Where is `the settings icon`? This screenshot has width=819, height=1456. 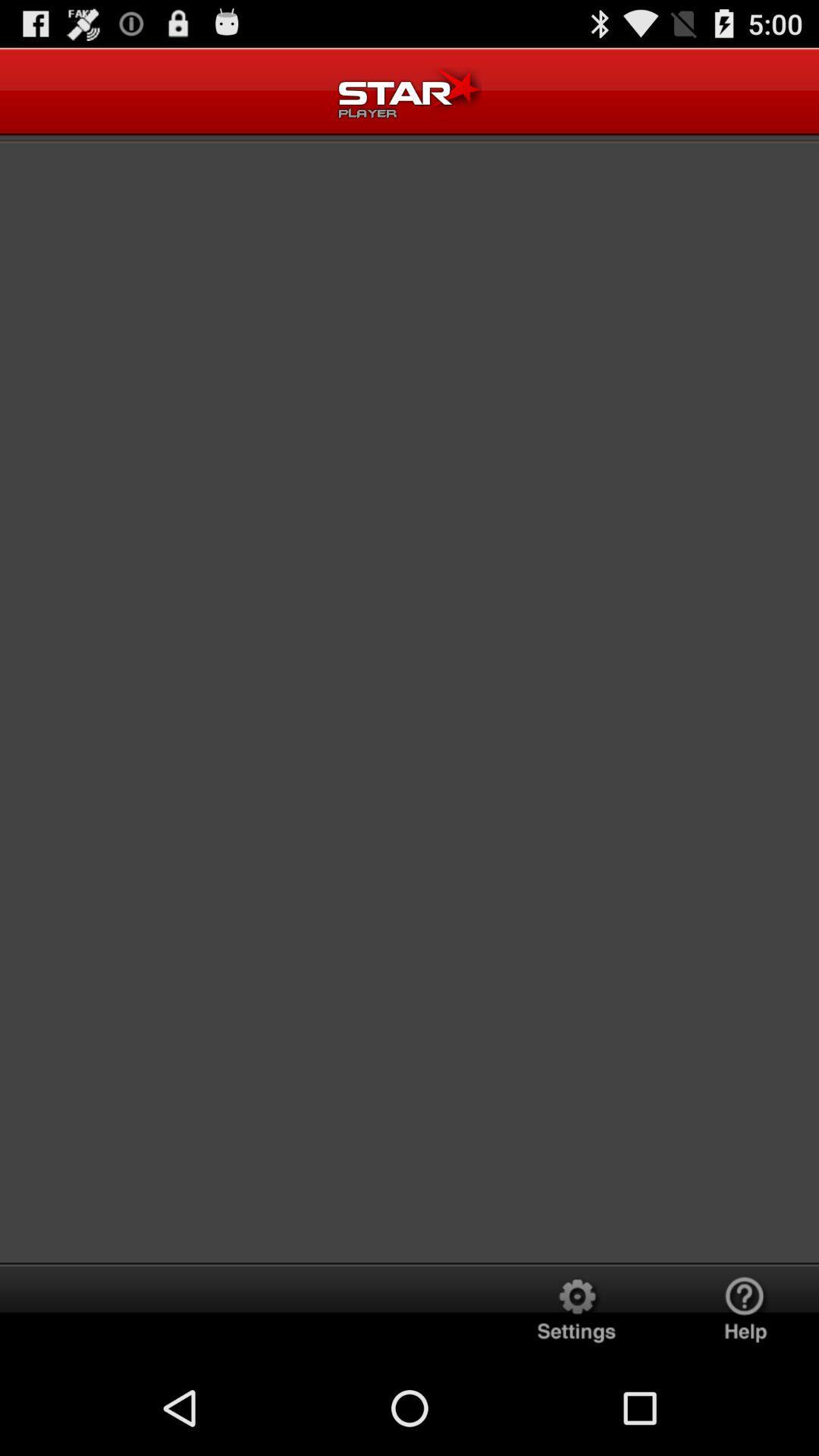
the settings icon is located at coordinates (576, 1402).